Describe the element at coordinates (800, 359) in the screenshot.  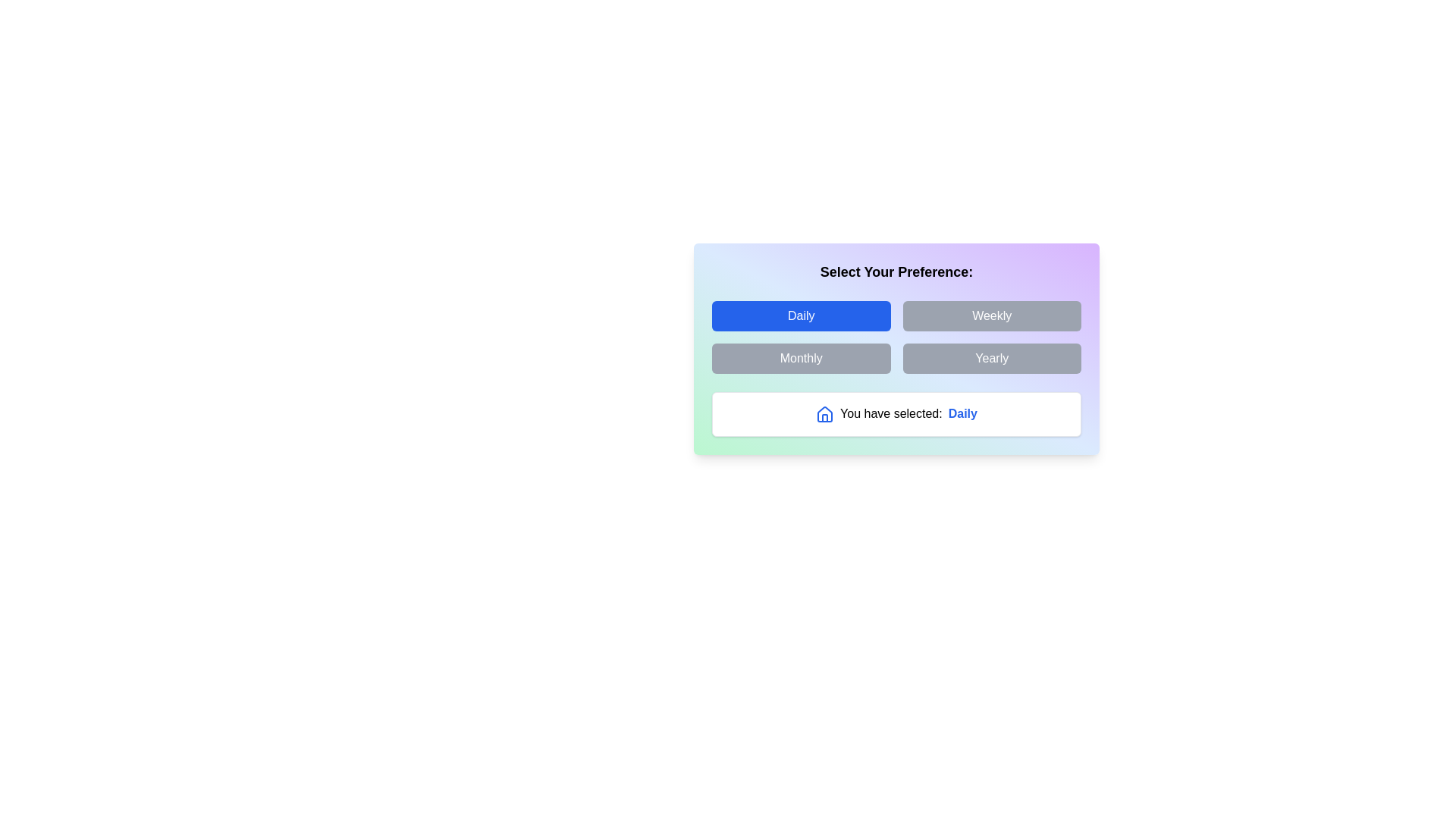
I see `the 'Monthly' button, which is the third button in the grid under the heading 'Select Your Preference:', positioned below the 'Daily' button and to the left of the 'Yearly' button` at that location.